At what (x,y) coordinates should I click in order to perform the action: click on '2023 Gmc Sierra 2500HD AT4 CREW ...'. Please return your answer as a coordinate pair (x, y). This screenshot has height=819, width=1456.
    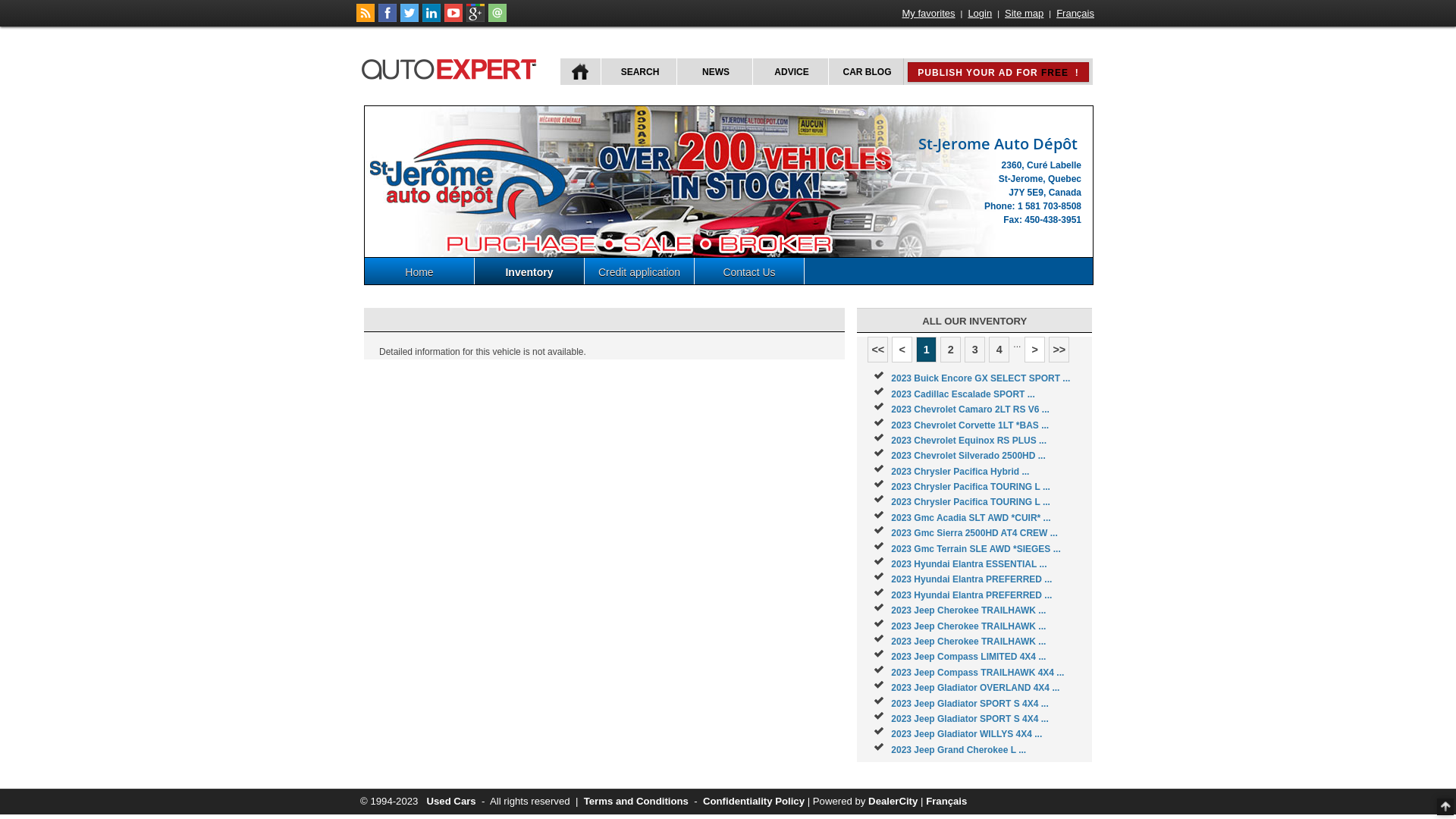
    Looking at the image, I should click on (974, 532).